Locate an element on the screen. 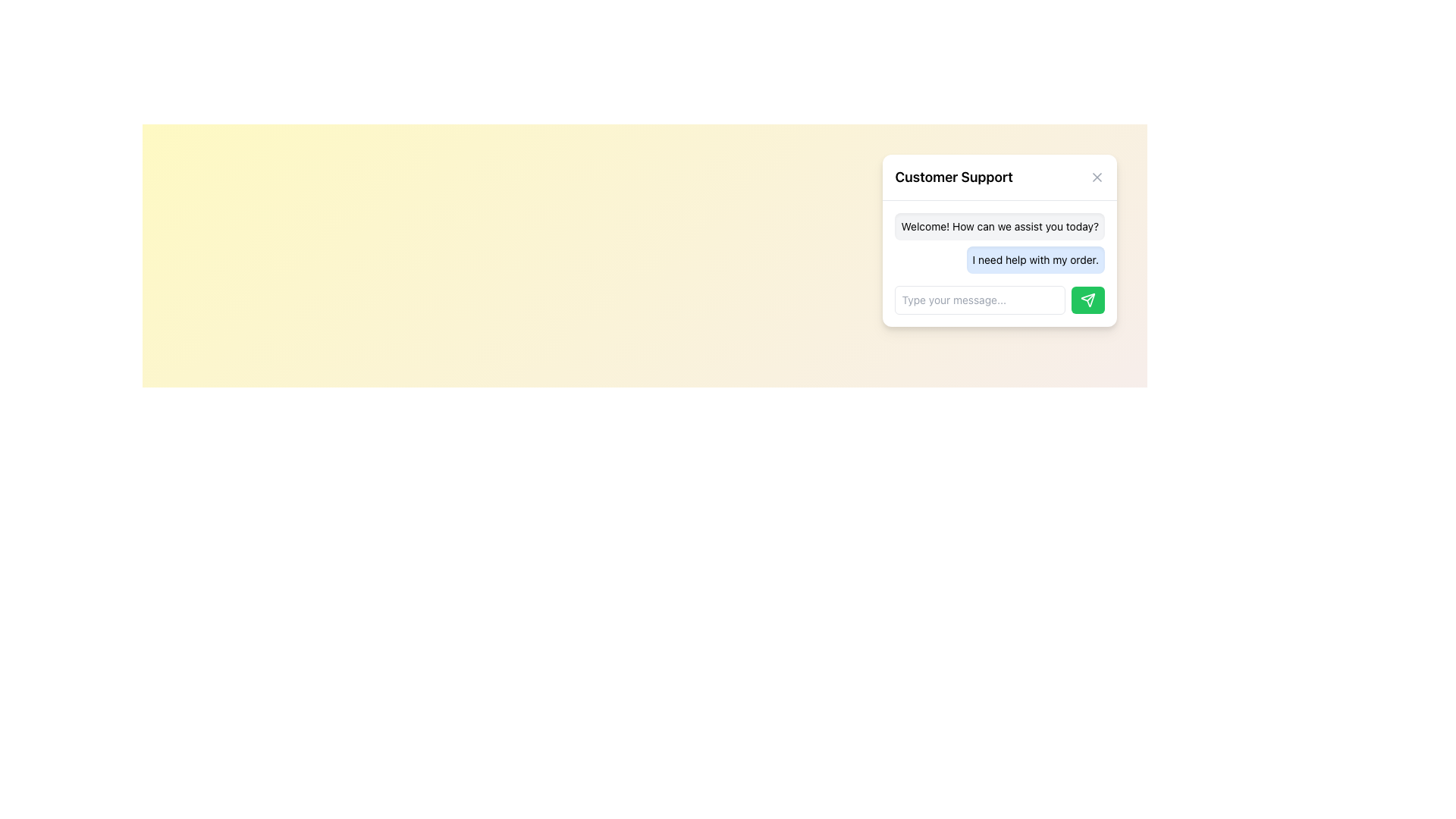 Image resolution: width=1456 pixels, height=819 pixels. the text message bubble located below the welcome message in the customer support chat interface is located at coordinates (1034, 259).